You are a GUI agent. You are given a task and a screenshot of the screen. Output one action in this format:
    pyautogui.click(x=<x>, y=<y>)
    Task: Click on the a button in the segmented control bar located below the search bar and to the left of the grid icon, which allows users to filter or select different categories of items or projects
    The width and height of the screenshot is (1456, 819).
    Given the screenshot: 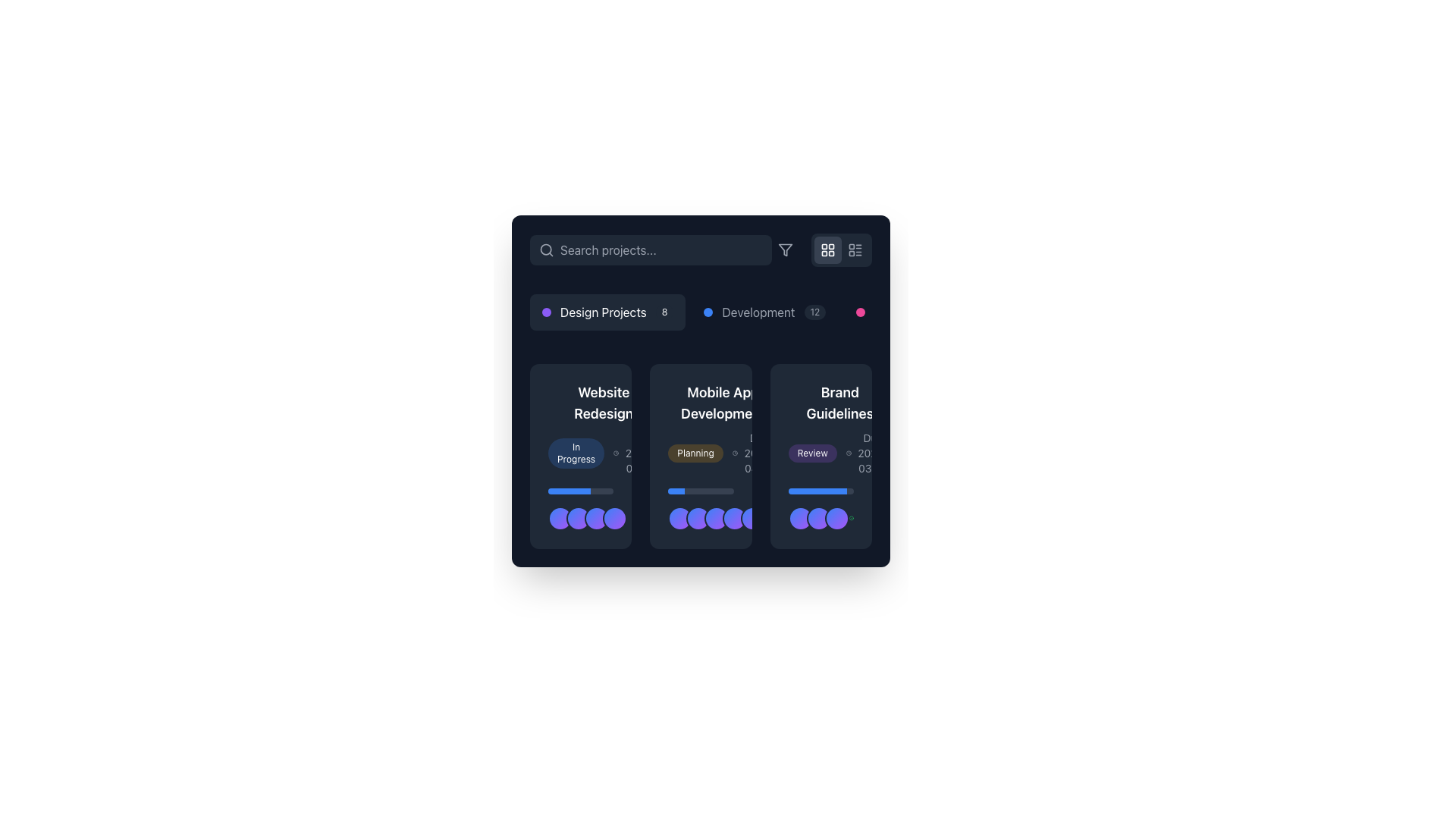 What is the action you would take?
    pyautogui.click(x=700, y=312)
    